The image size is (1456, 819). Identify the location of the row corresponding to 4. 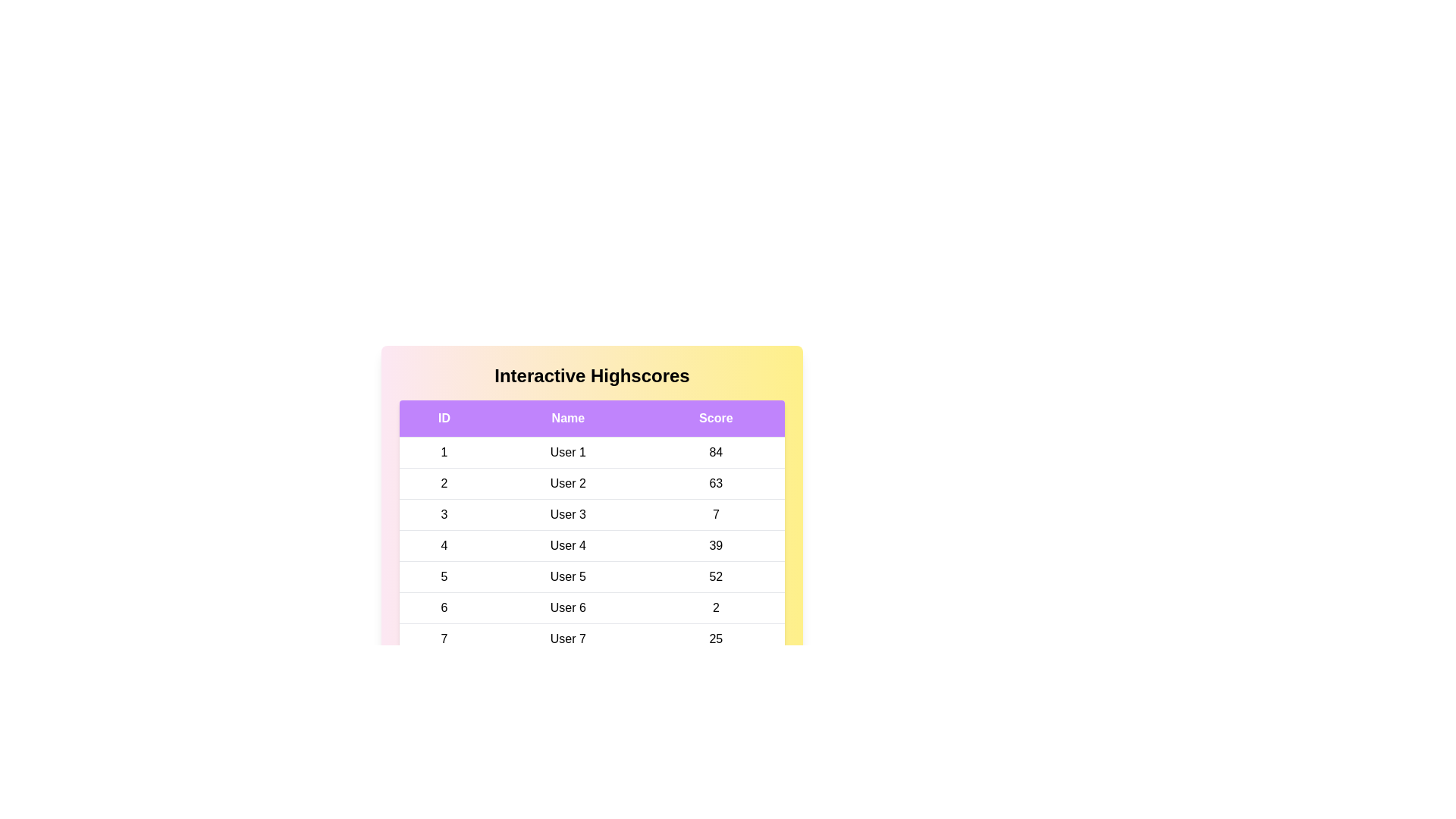
(591, 546).